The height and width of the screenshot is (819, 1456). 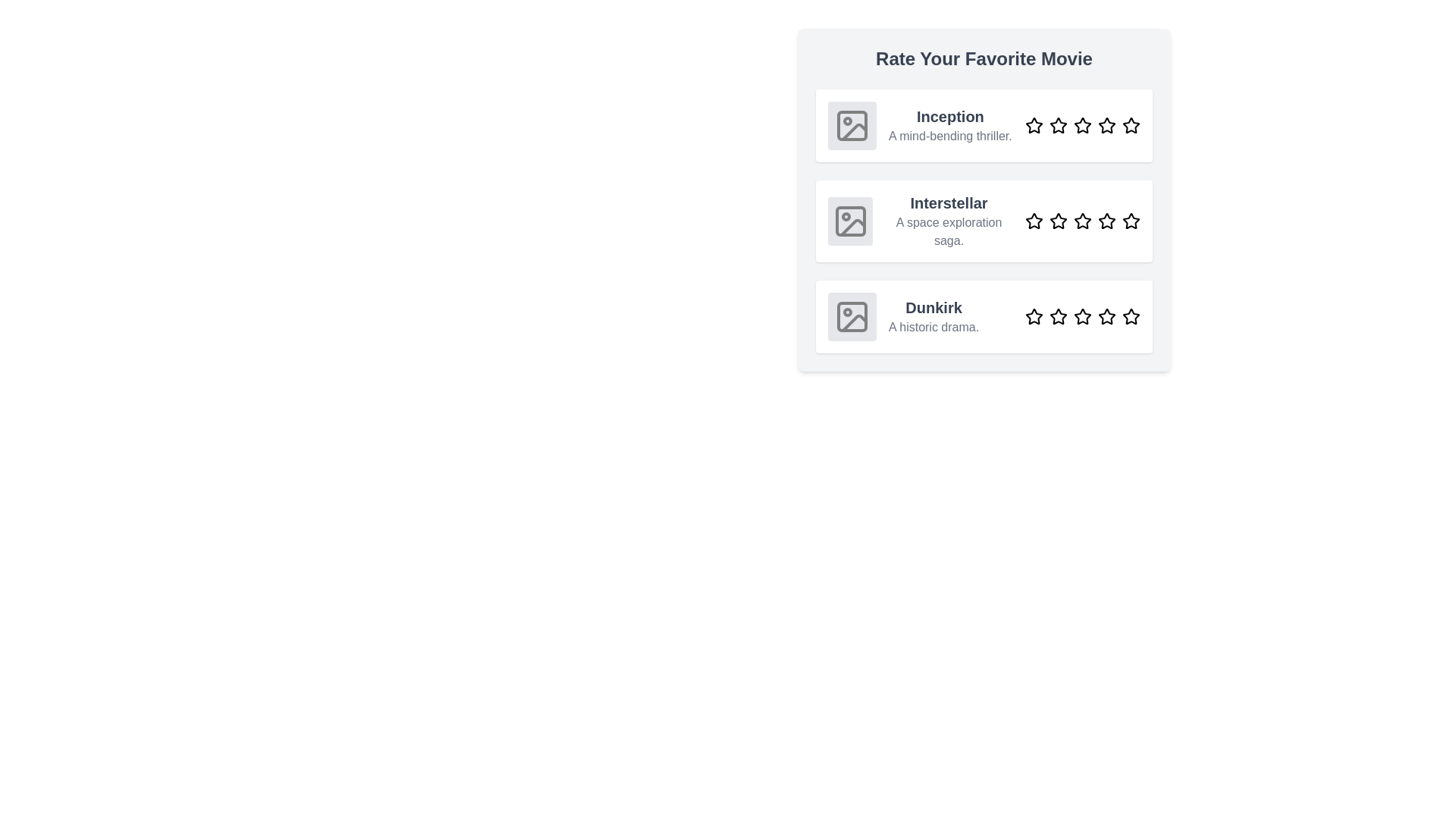 I want to click on the Text label containing the title 'Interstellar' and the subtitle 'A space exploration saga', which is centrally located in the second row of movie ratings, positioned between 'Inception' and 'Dunkirk', so click(x=948, y=221).